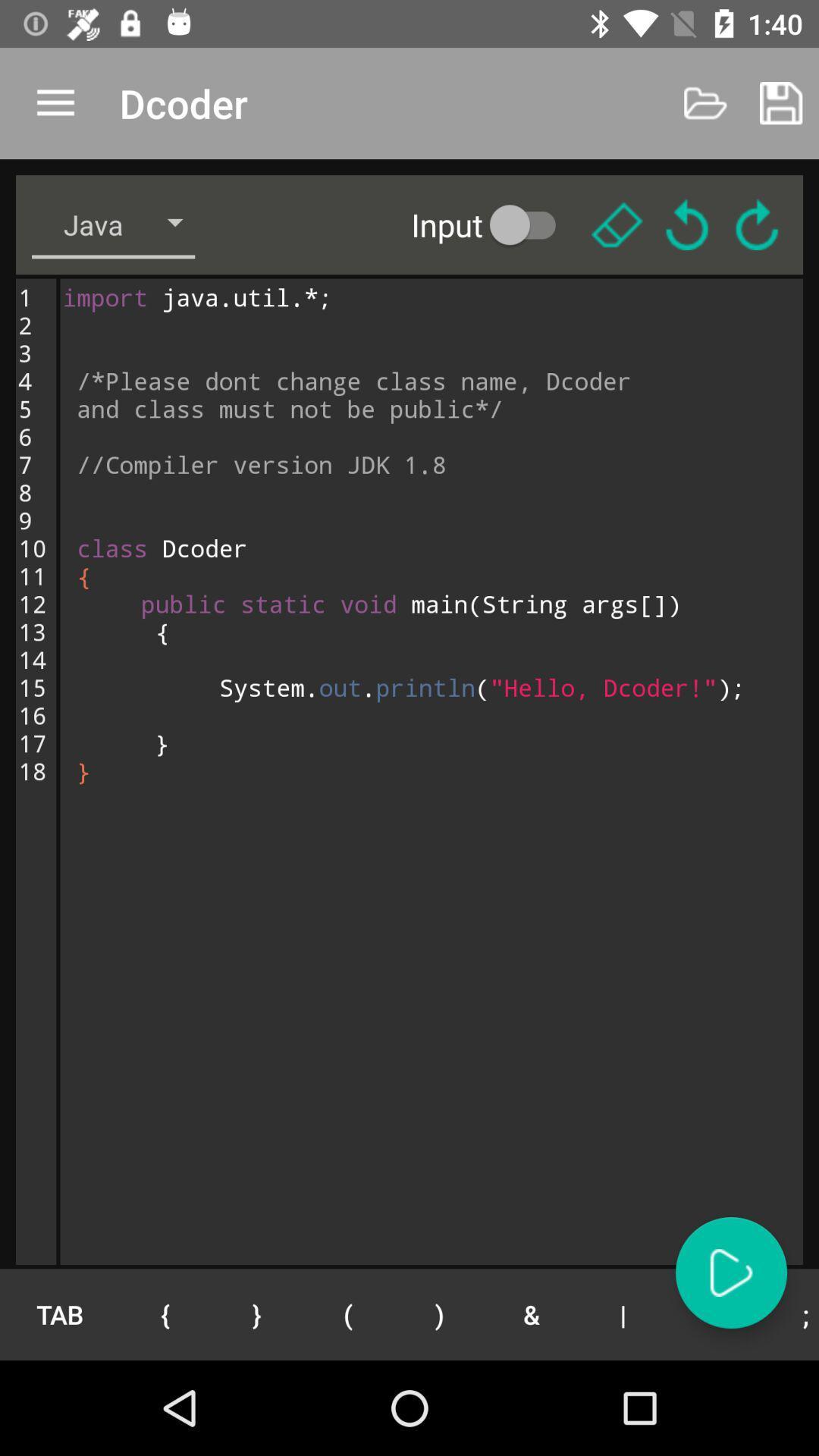 This screenshot has height=1456, width=819. I want to click on item next to &, so click(440, 1313).